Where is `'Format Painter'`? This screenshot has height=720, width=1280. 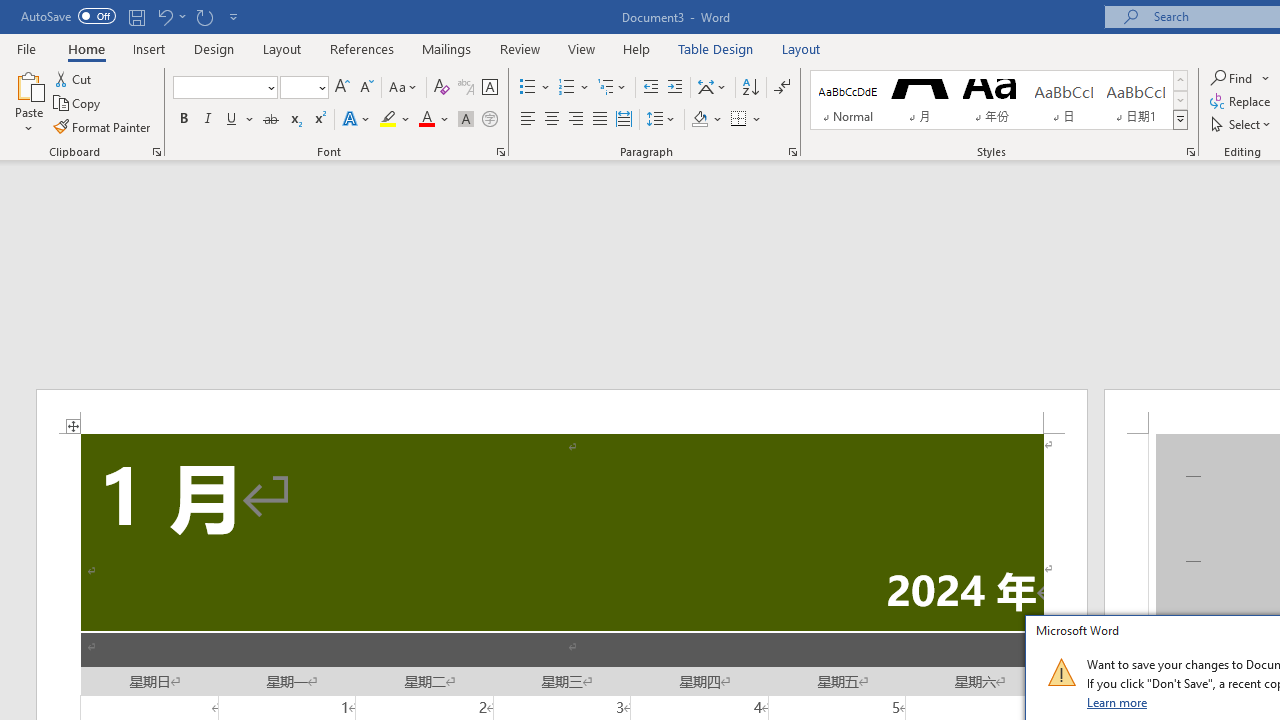 'Format Painter' is located at coordinates (102, 127).